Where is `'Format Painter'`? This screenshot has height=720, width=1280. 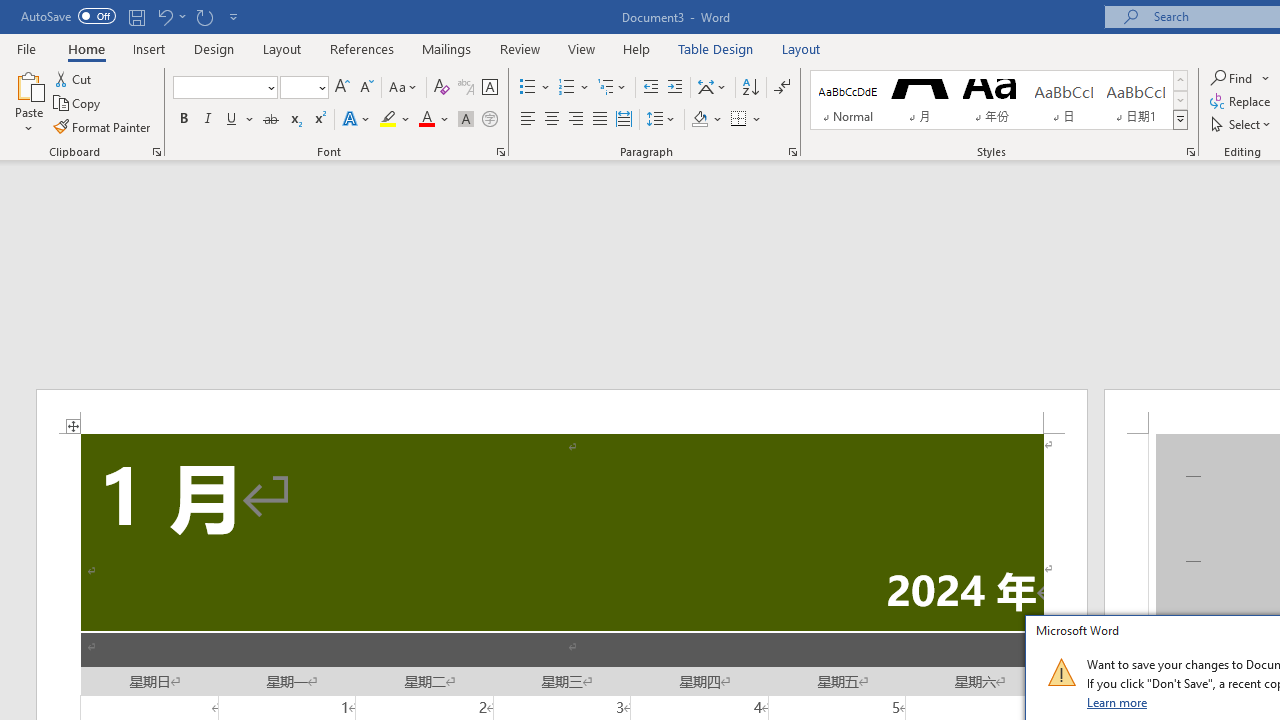 'Format Painter' is located at coordinates (102, 127).